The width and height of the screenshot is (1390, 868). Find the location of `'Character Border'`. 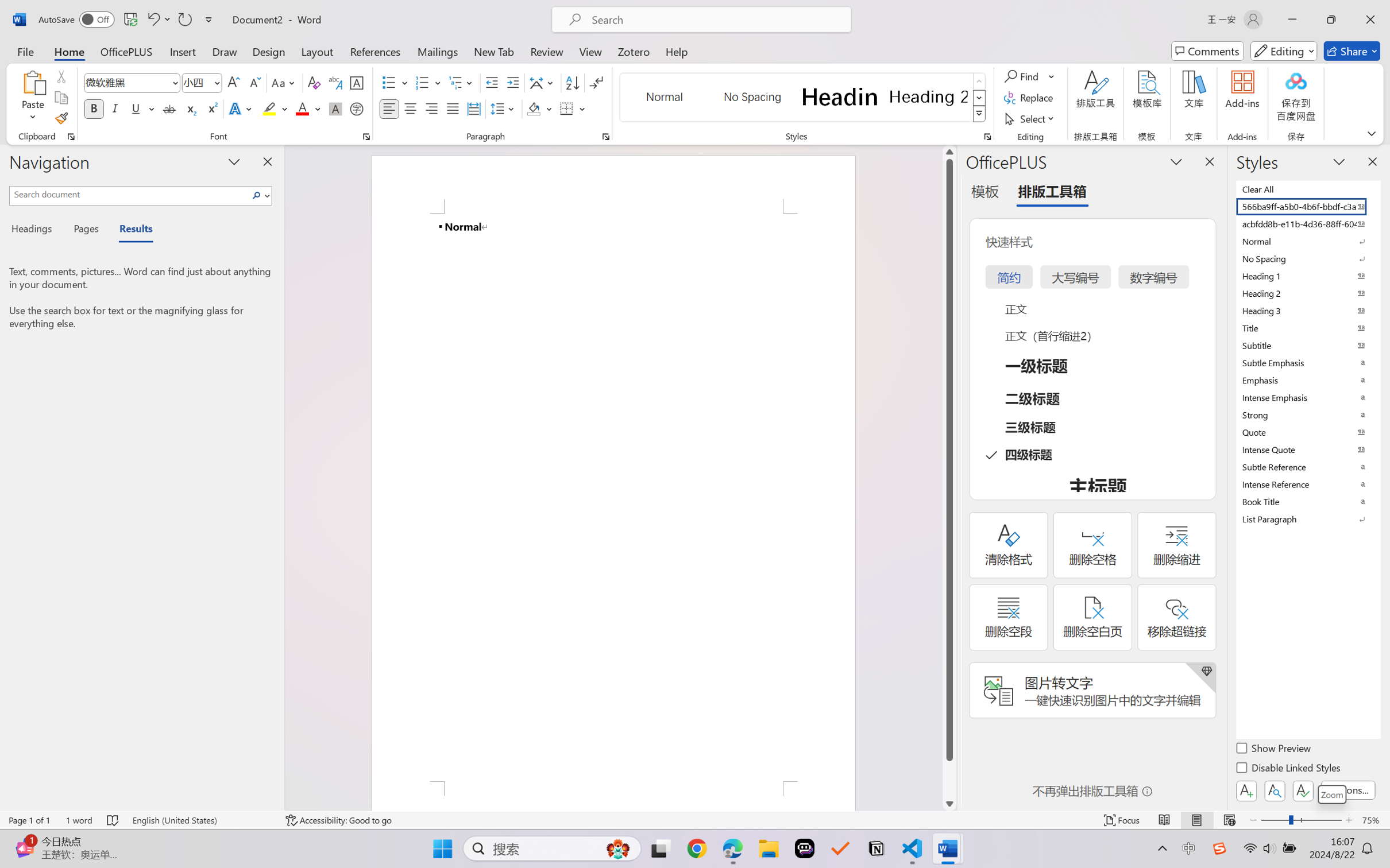

'Character Border' is located at coordinates (357, 83).